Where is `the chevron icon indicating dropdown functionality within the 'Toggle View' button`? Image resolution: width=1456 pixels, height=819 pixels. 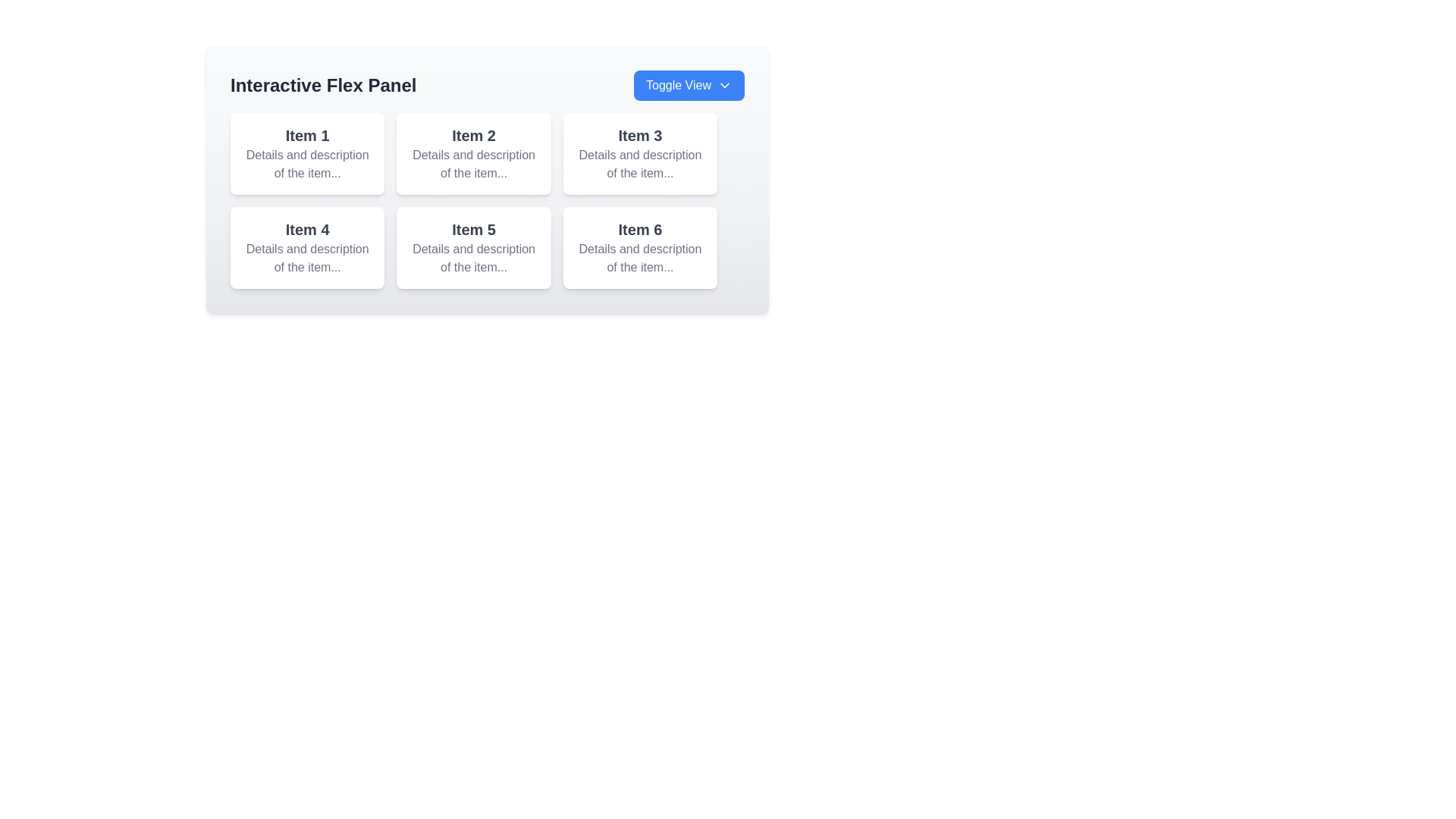 the chevron icon indicating dropdown functionality within the 'Toggle View' button is located at coordinates (723, 85).